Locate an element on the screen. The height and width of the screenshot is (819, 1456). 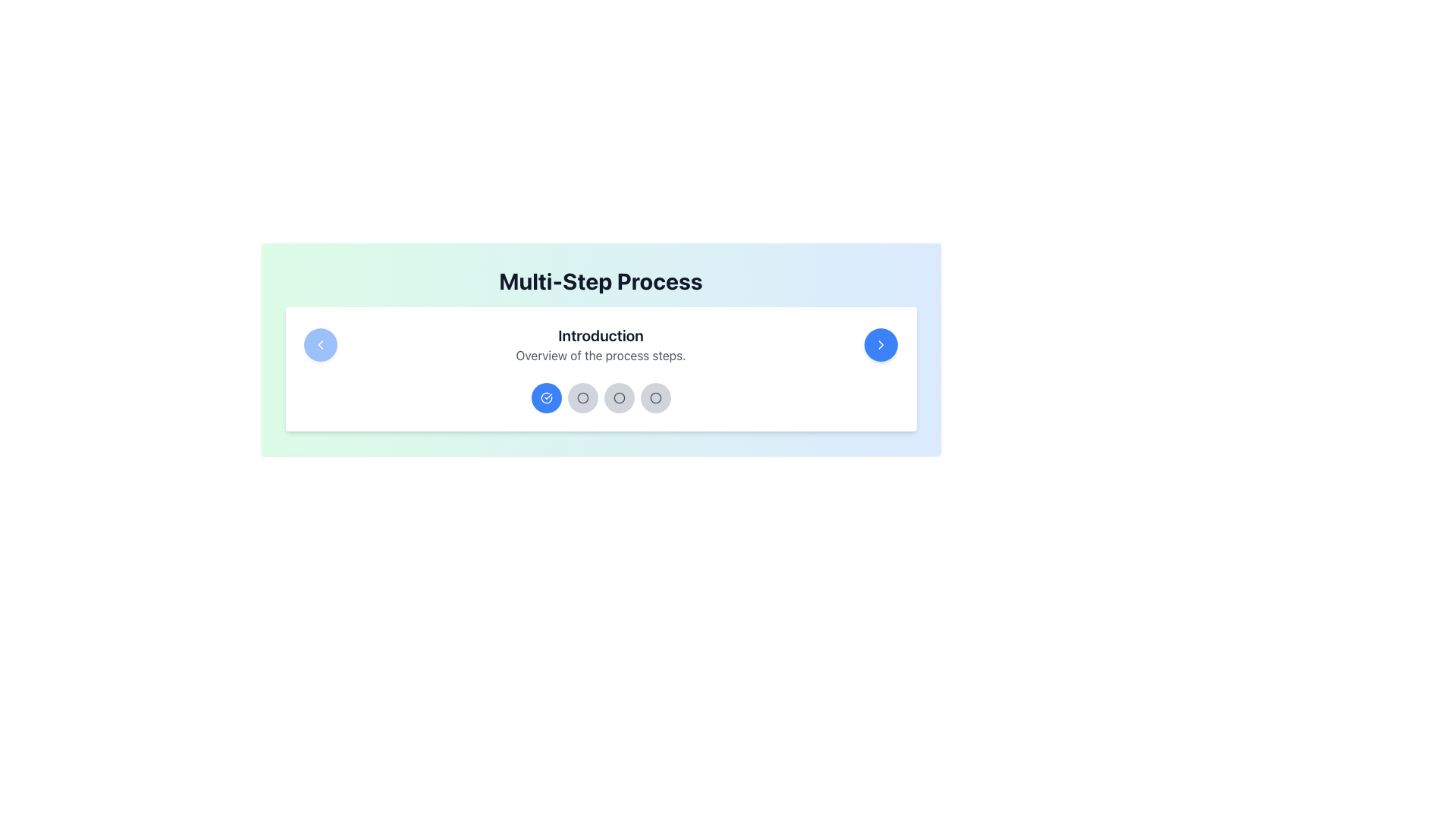
the rightward-pointing chevron icon located inside the circular blue button at the right edge of the white card to proceed to the next step is located at coordinates (881, 345).